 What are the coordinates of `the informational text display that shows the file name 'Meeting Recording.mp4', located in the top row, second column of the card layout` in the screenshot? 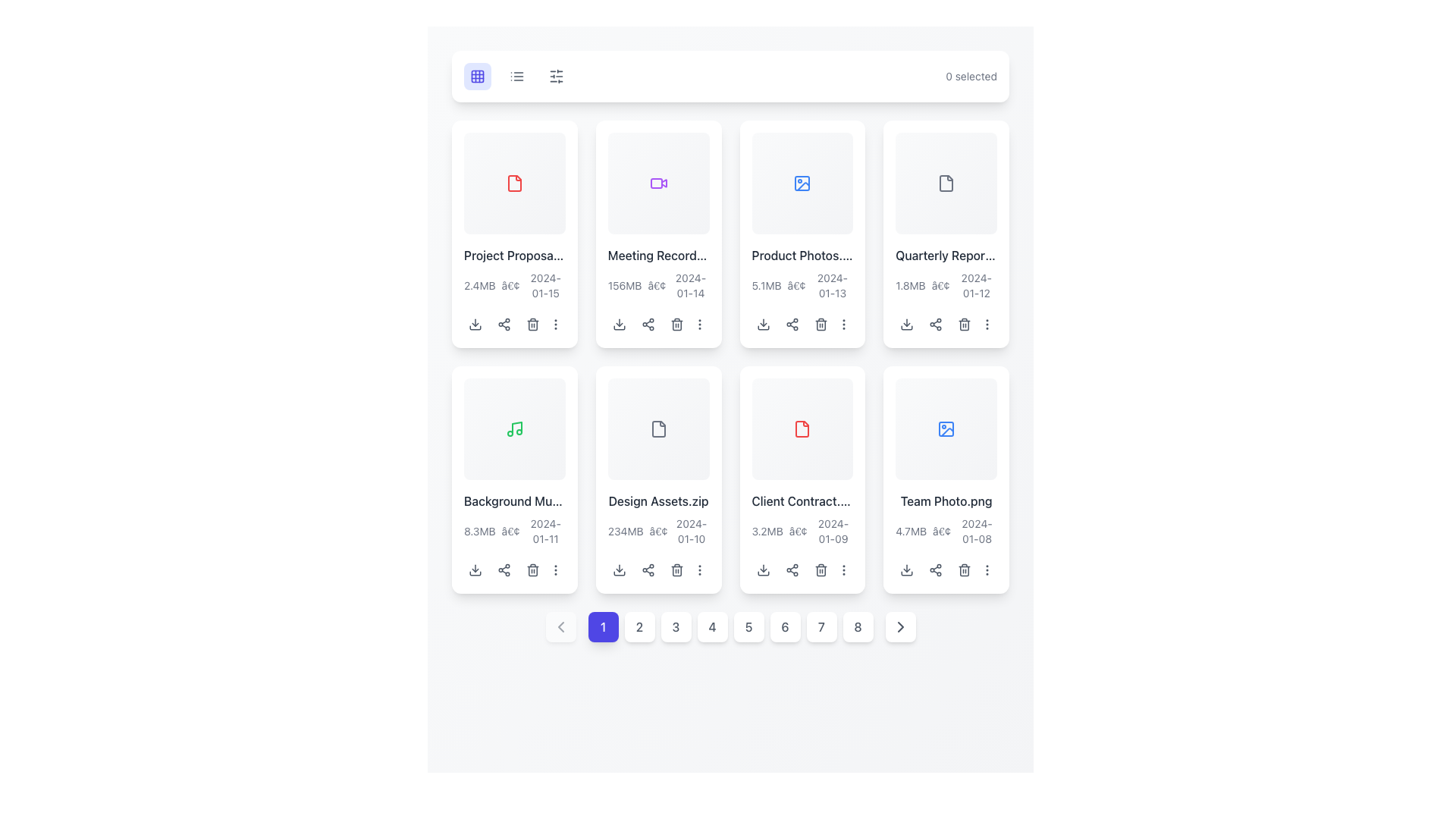 It's located at (658, 273).